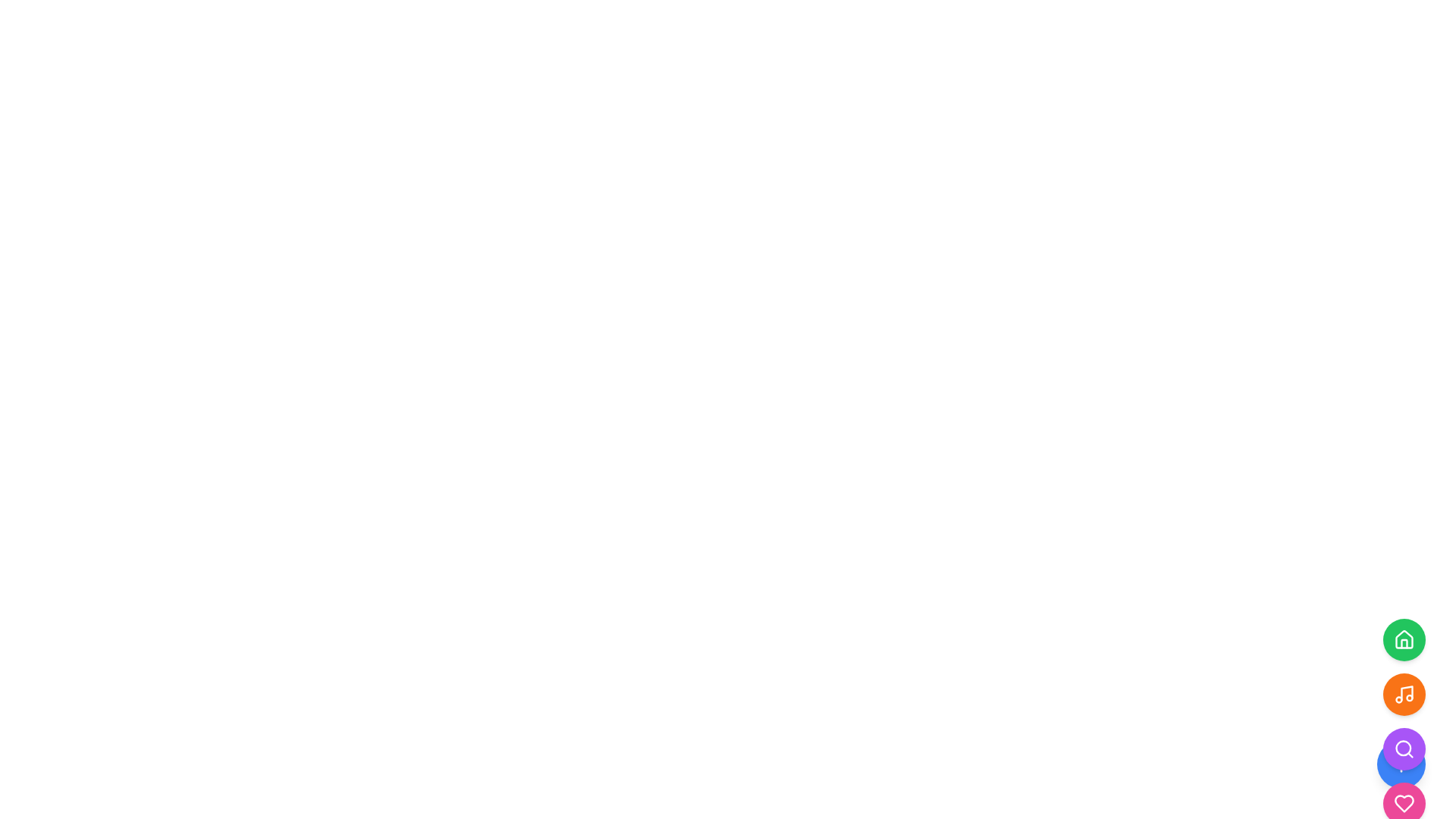  Describe the element at coordinates (1404, 803) in the screenshot. I see `the heart-shaped icon button located at the bottom of the vertical stack of circular buttons on the far right of the interface` at that location.